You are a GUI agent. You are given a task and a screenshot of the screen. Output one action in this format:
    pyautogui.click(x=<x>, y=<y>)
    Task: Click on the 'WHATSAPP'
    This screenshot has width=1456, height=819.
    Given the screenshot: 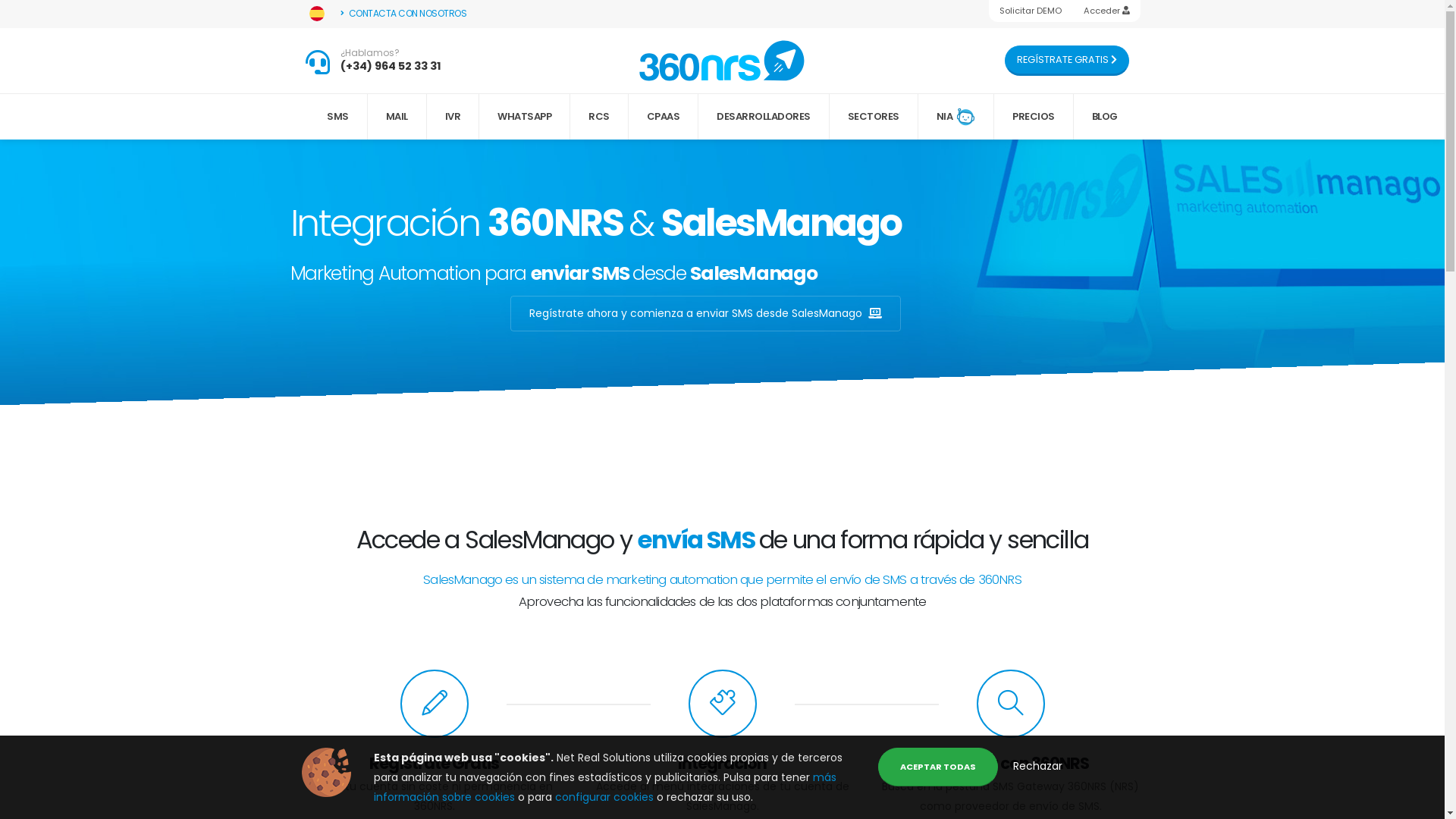 What is the action you would take?
    pyautogui.click(x=479, y=116)
    